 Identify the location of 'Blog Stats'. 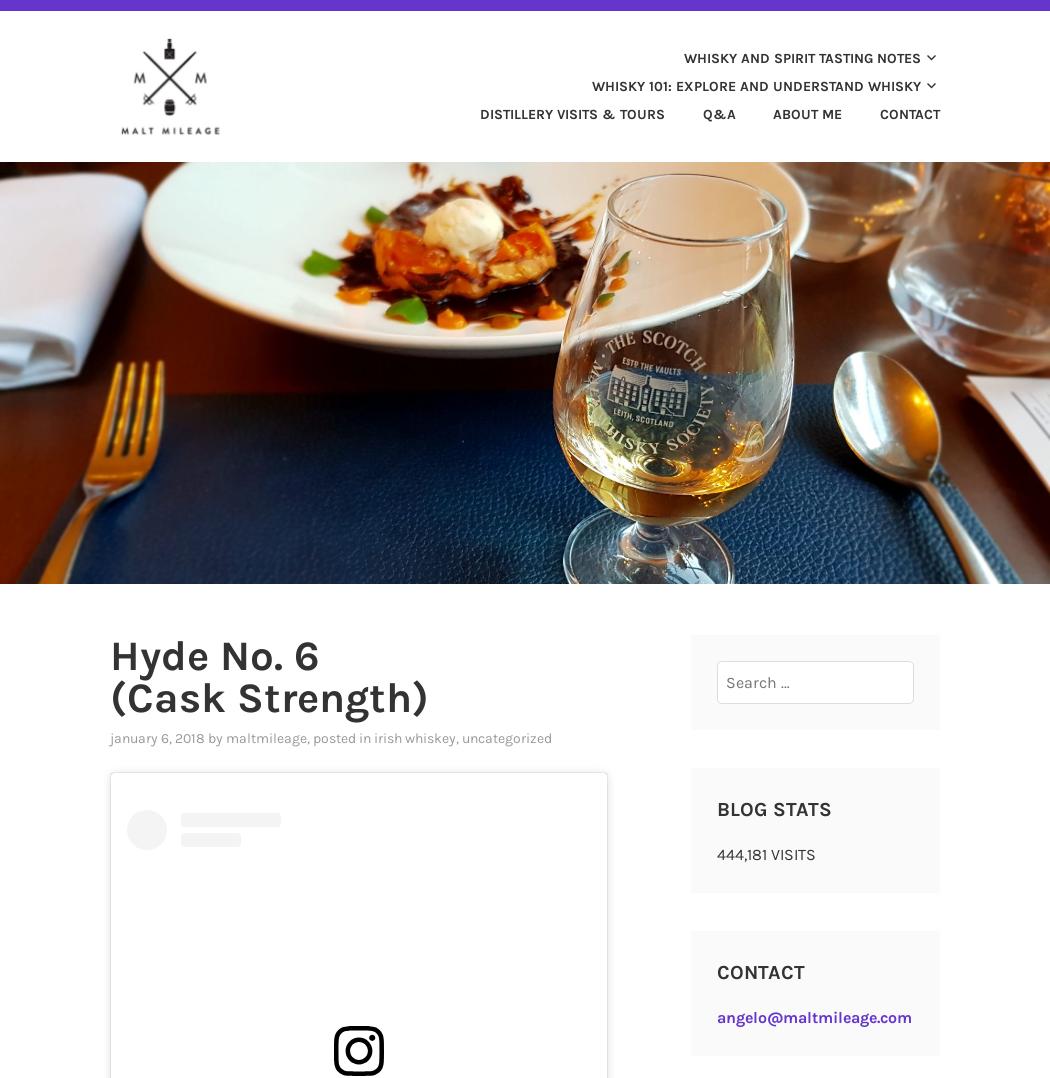
(773, 807).